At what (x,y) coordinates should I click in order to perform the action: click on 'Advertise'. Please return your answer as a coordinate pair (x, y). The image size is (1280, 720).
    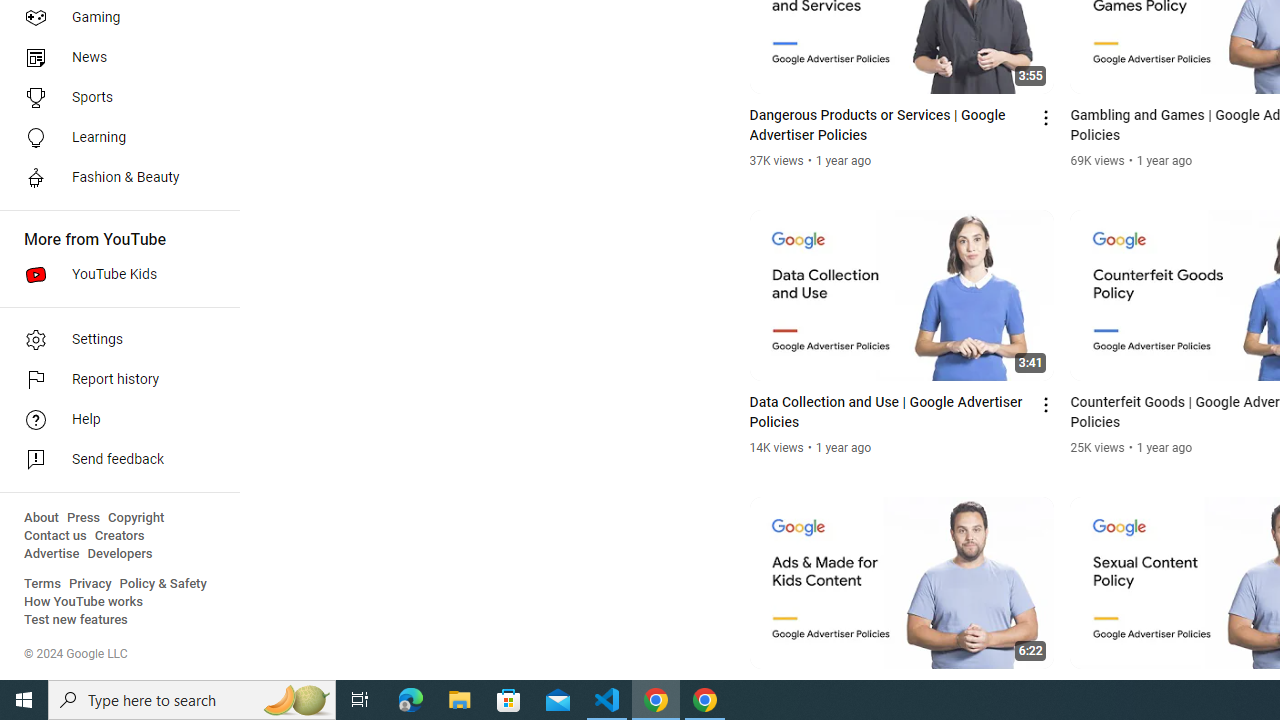
    Looking at the image, I should click on (51, 554).